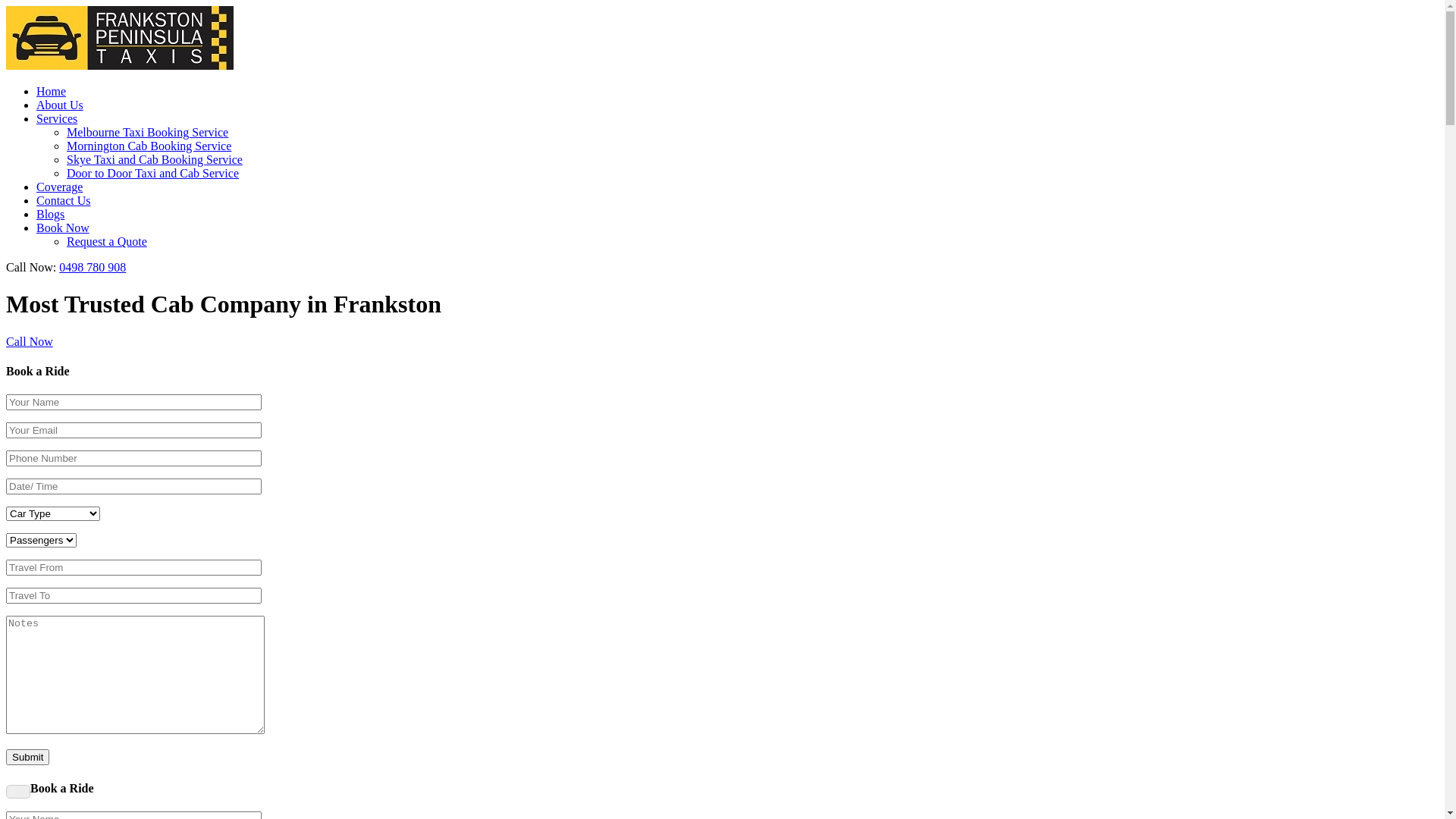 The width and height of the screenshot is (1456, 819). What do you see at coordinates (65, 146) in the screenshot?
I see `'Mornington Cab Booking Service'` at bounding box center [65, 146].